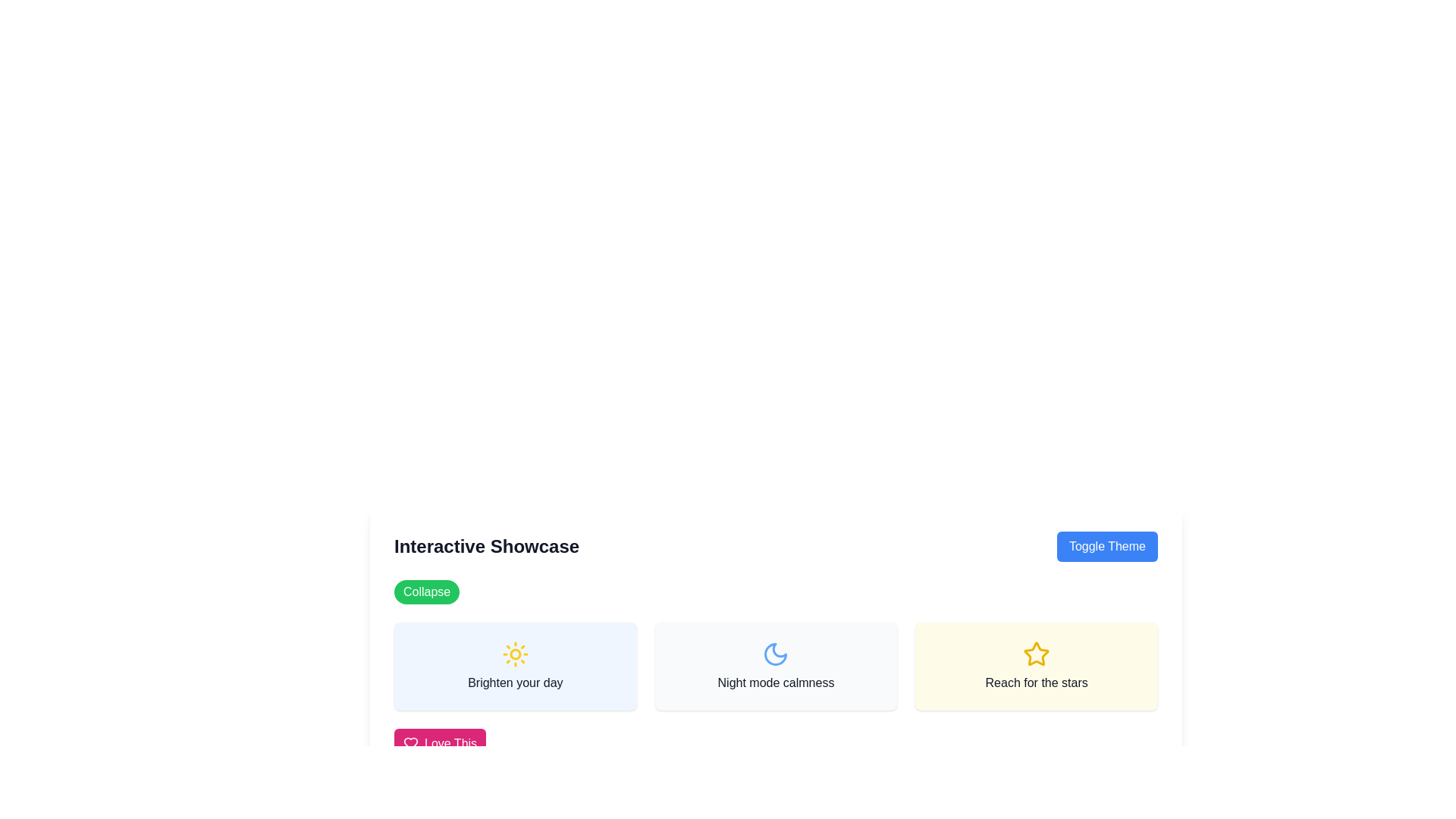  I want to click on the text label displaying 'Night mode calmness', which is styled in a clear font and located beneath a moon icon in a tile-like structure, so click(776, 683).